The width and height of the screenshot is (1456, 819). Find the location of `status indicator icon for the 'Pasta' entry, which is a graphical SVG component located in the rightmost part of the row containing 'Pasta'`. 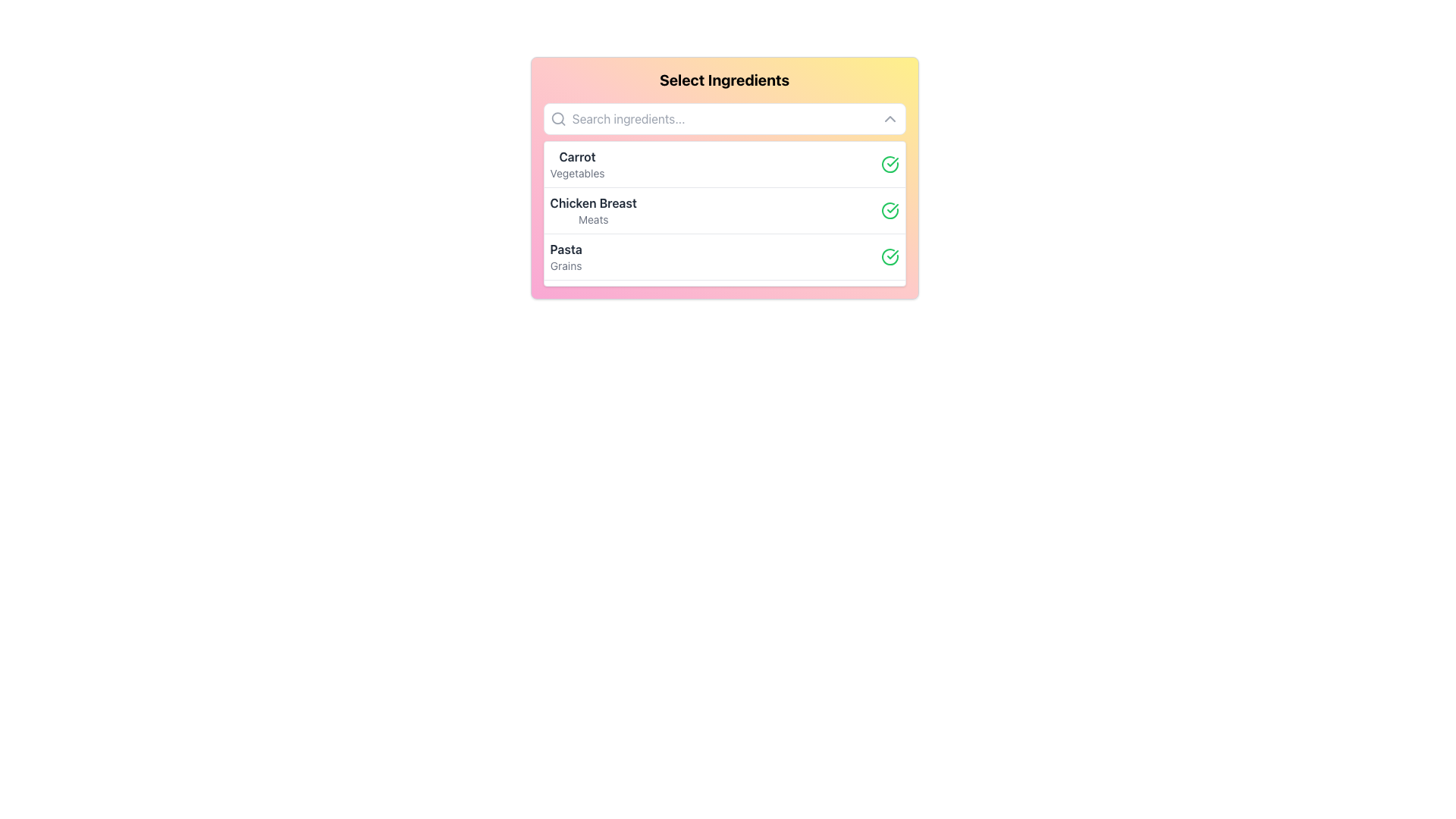

status indicator icon for the 'Pasta' entry, which is a graphical SVG component located in the rightmost part of the row containing 'Pasta' is located at coordinates (890, 256).